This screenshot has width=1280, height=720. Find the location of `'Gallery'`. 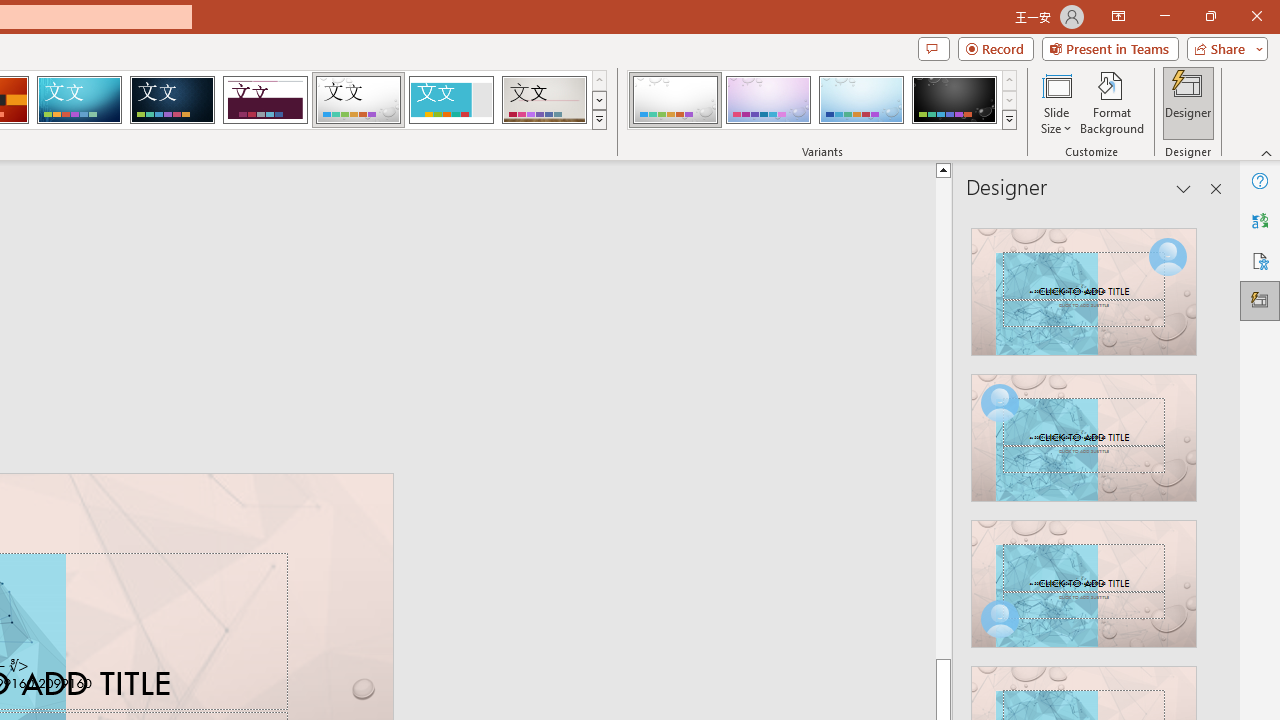

'Gallery' is located at coordinates (544, 100).